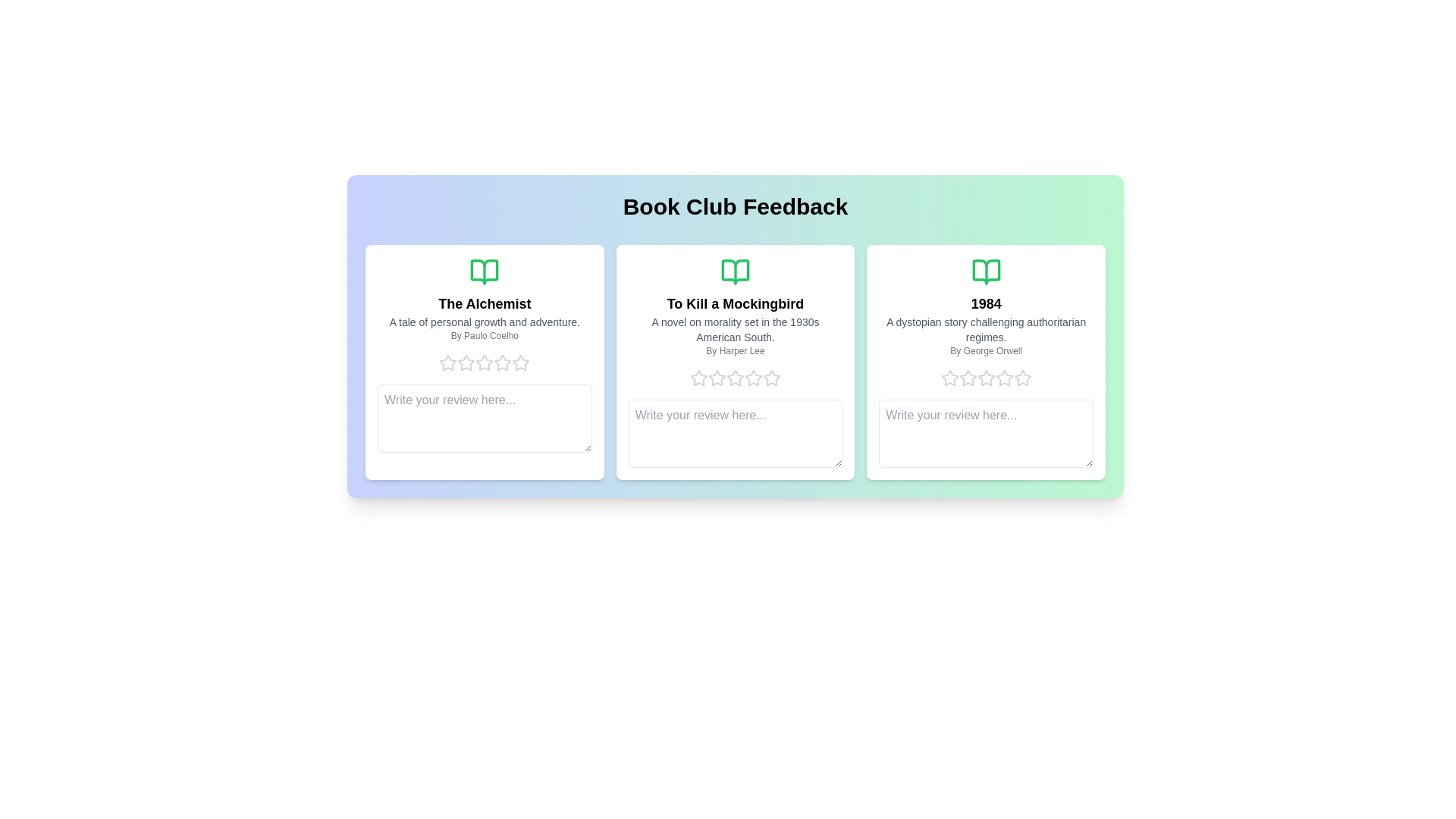  I want to click on the leftmost star in the rating system for the '1984' review card, so click(949, 377).